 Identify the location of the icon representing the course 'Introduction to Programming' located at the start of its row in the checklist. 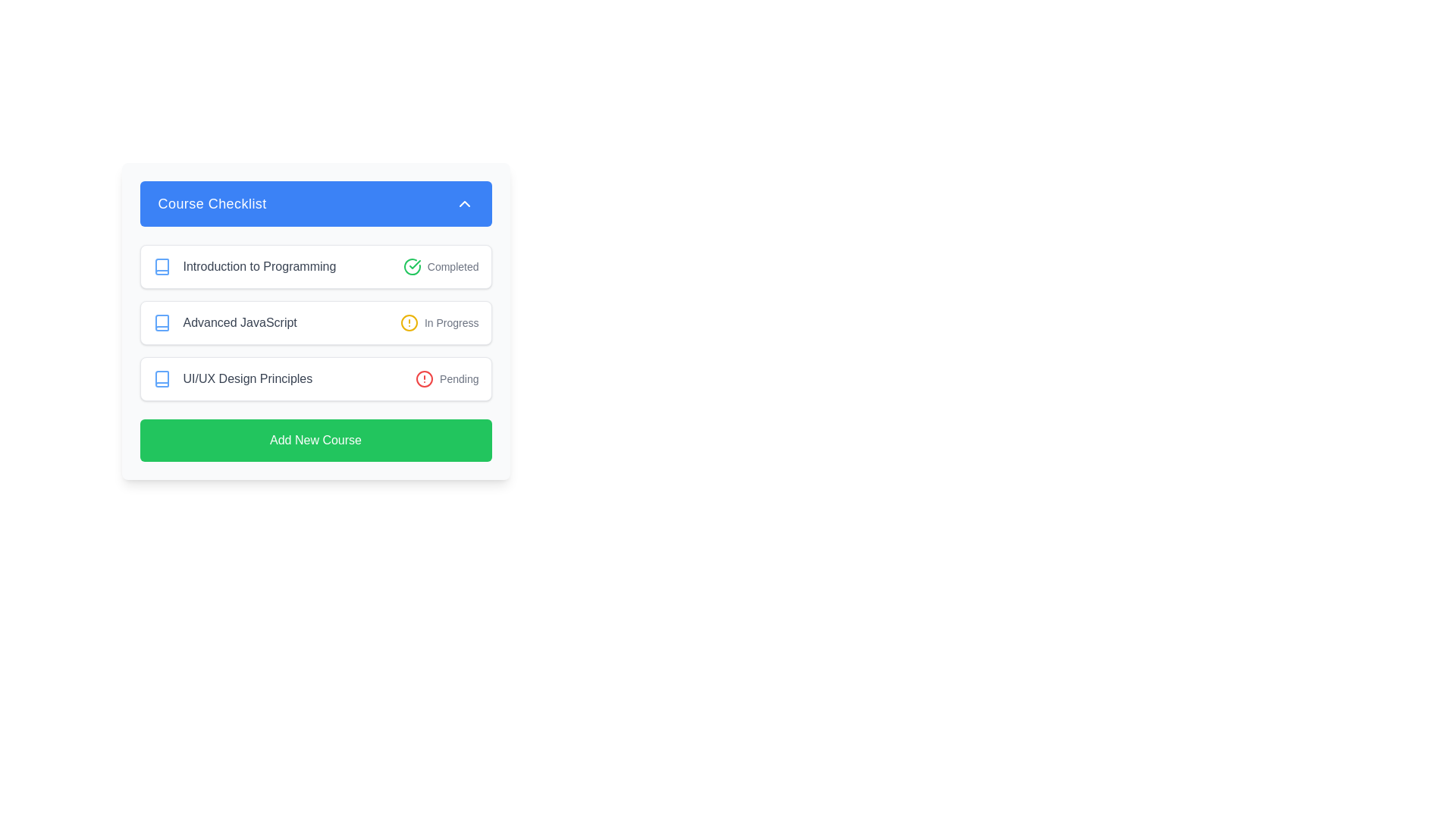
(162, 265).